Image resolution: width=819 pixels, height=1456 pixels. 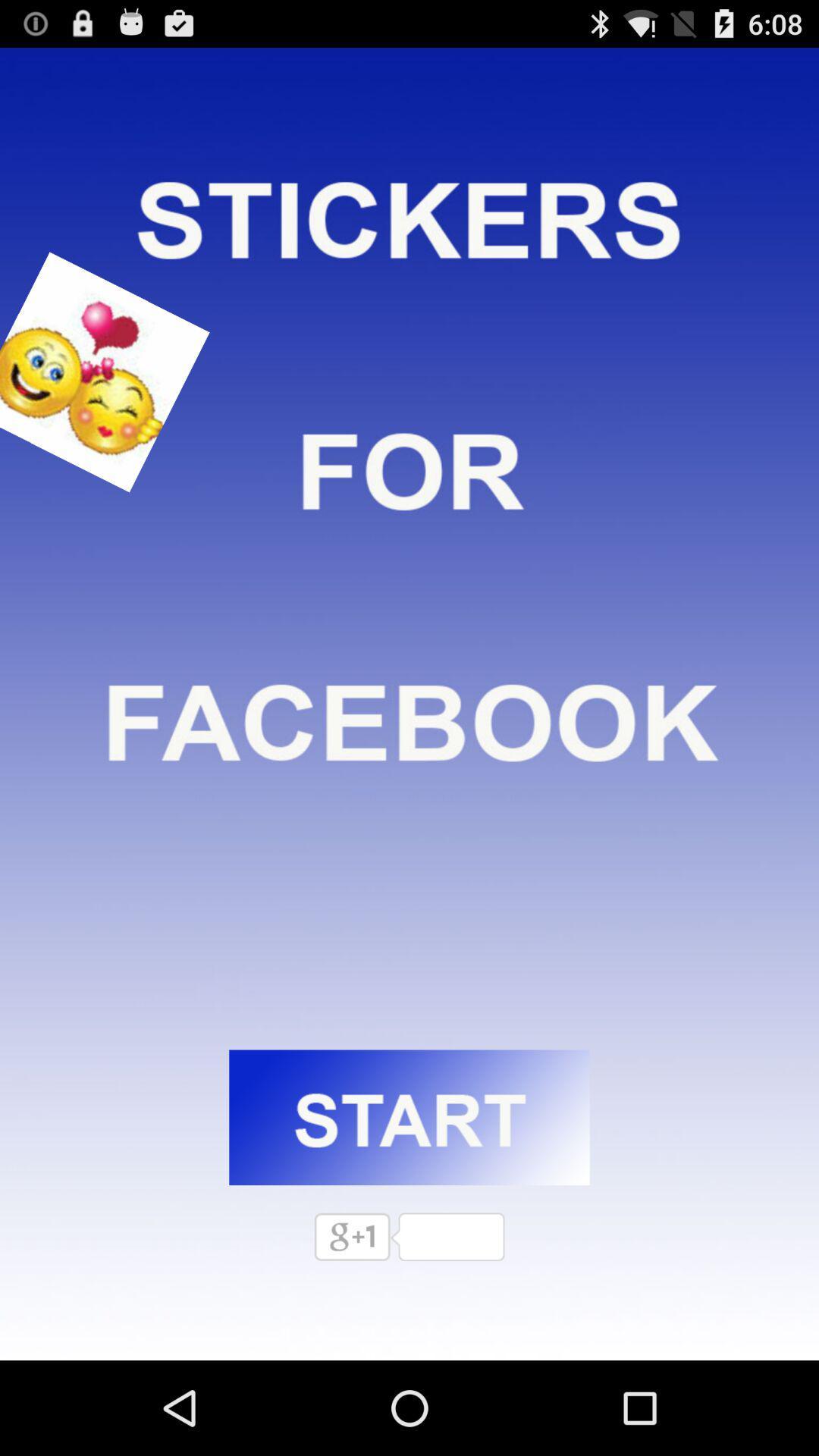 I want to click on facebook emoji sticker, so click(x=89, y=372).